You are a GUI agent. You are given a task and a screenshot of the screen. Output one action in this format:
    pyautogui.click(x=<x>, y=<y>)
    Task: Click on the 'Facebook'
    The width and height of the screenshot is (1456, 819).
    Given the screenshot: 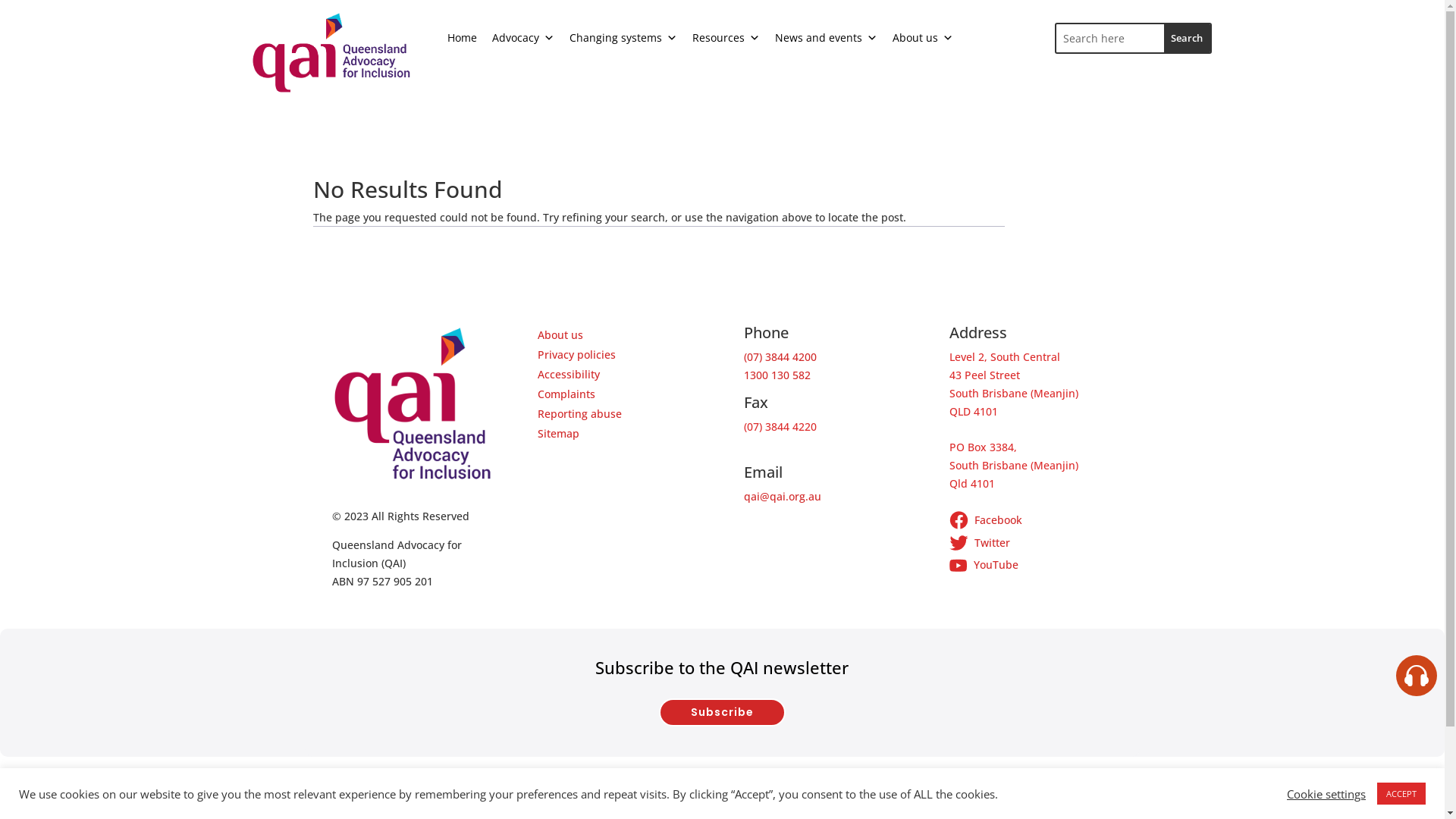 What is the action you would take?
    pyautogui.click(x=1031, y=522)
    